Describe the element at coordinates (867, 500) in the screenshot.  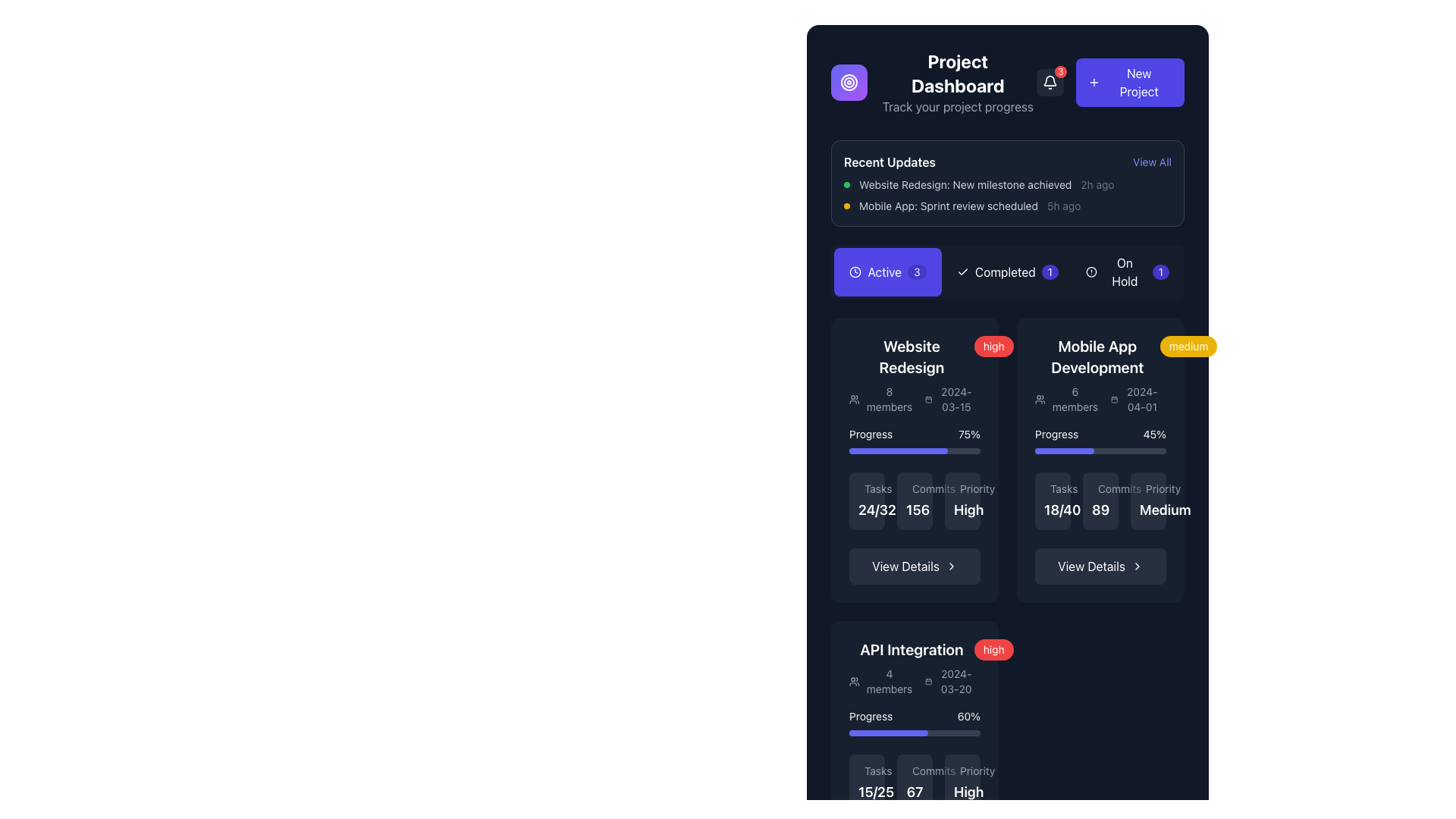
I see `the informative label displaying the task ratio '24/32' within the 'Website Redesign' tab, which is the first card in a group of three cards` at that location.